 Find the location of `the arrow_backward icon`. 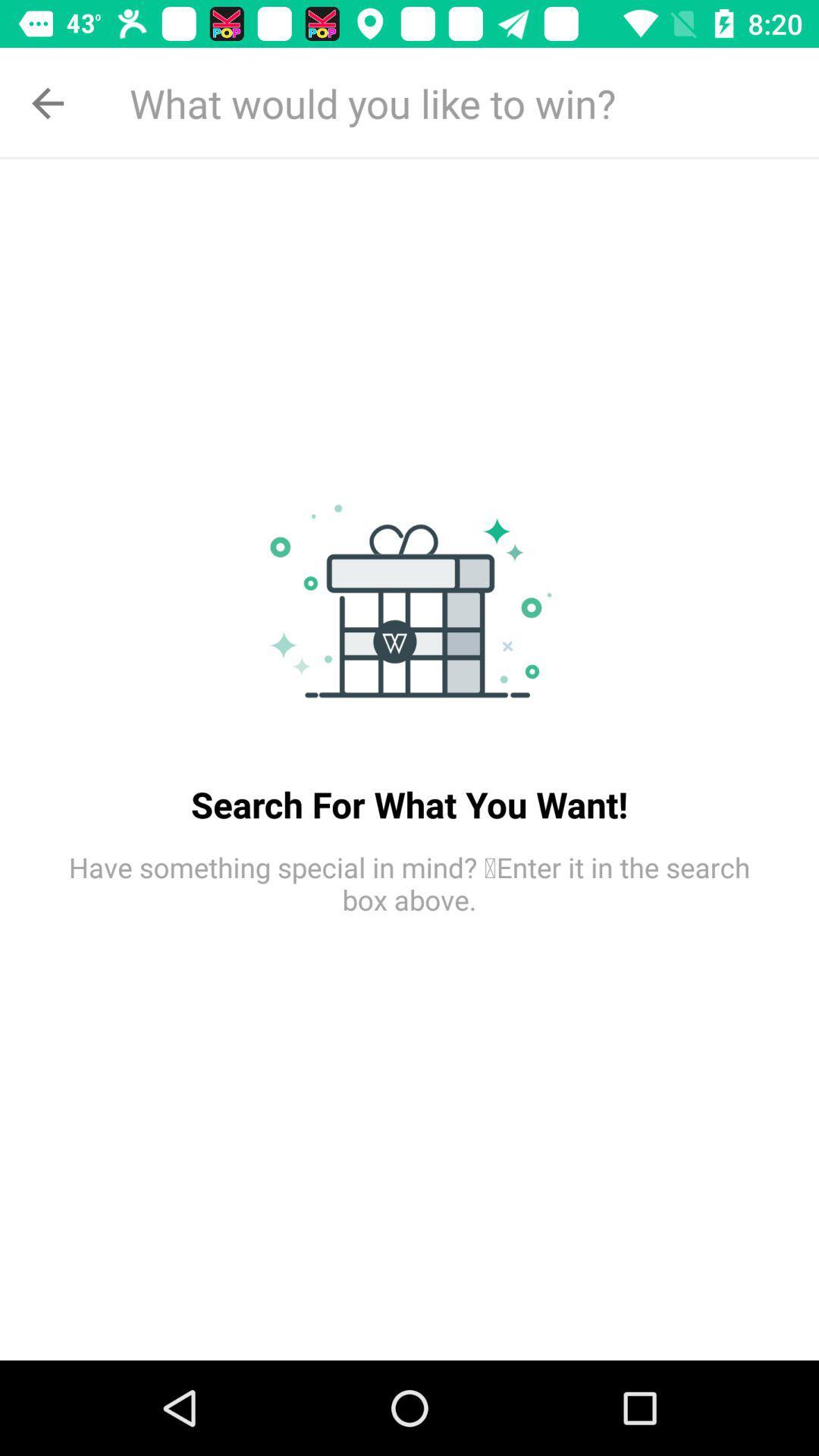

the arrow_backward icon is located at coordinates (46, 102).